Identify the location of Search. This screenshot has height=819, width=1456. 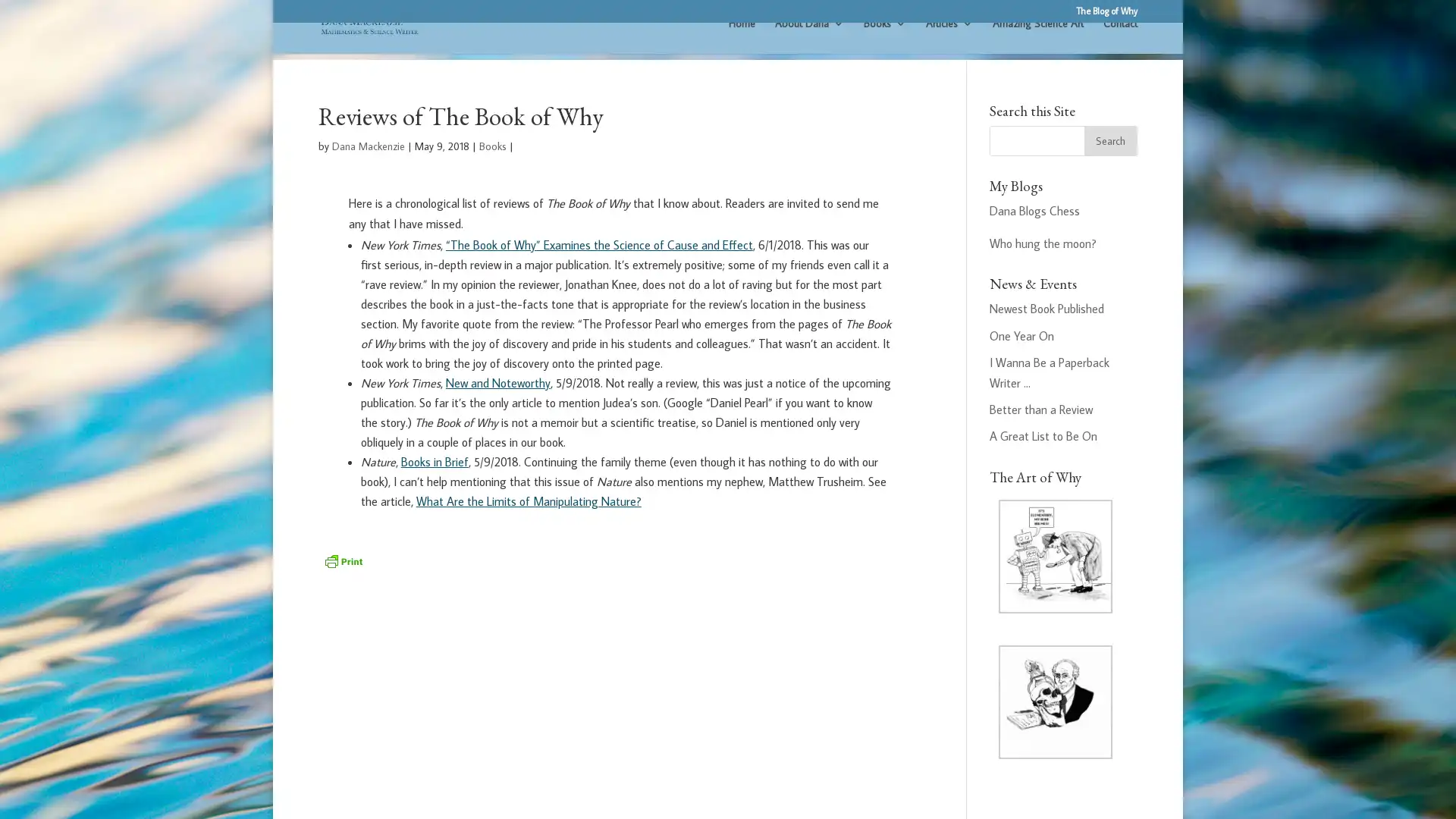
(1110, 162).